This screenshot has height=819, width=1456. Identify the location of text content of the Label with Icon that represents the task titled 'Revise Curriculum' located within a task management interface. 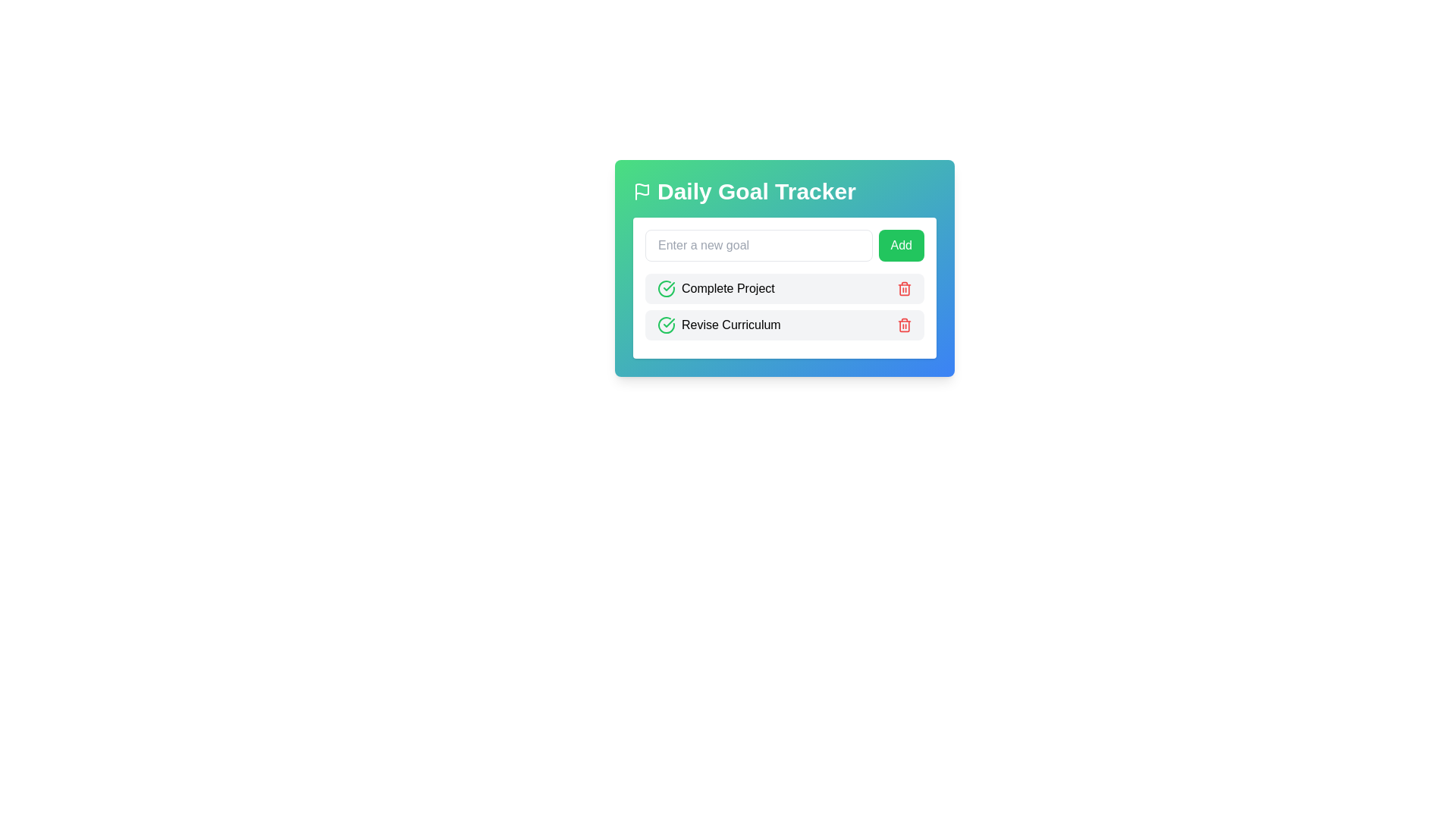
(718, 324).